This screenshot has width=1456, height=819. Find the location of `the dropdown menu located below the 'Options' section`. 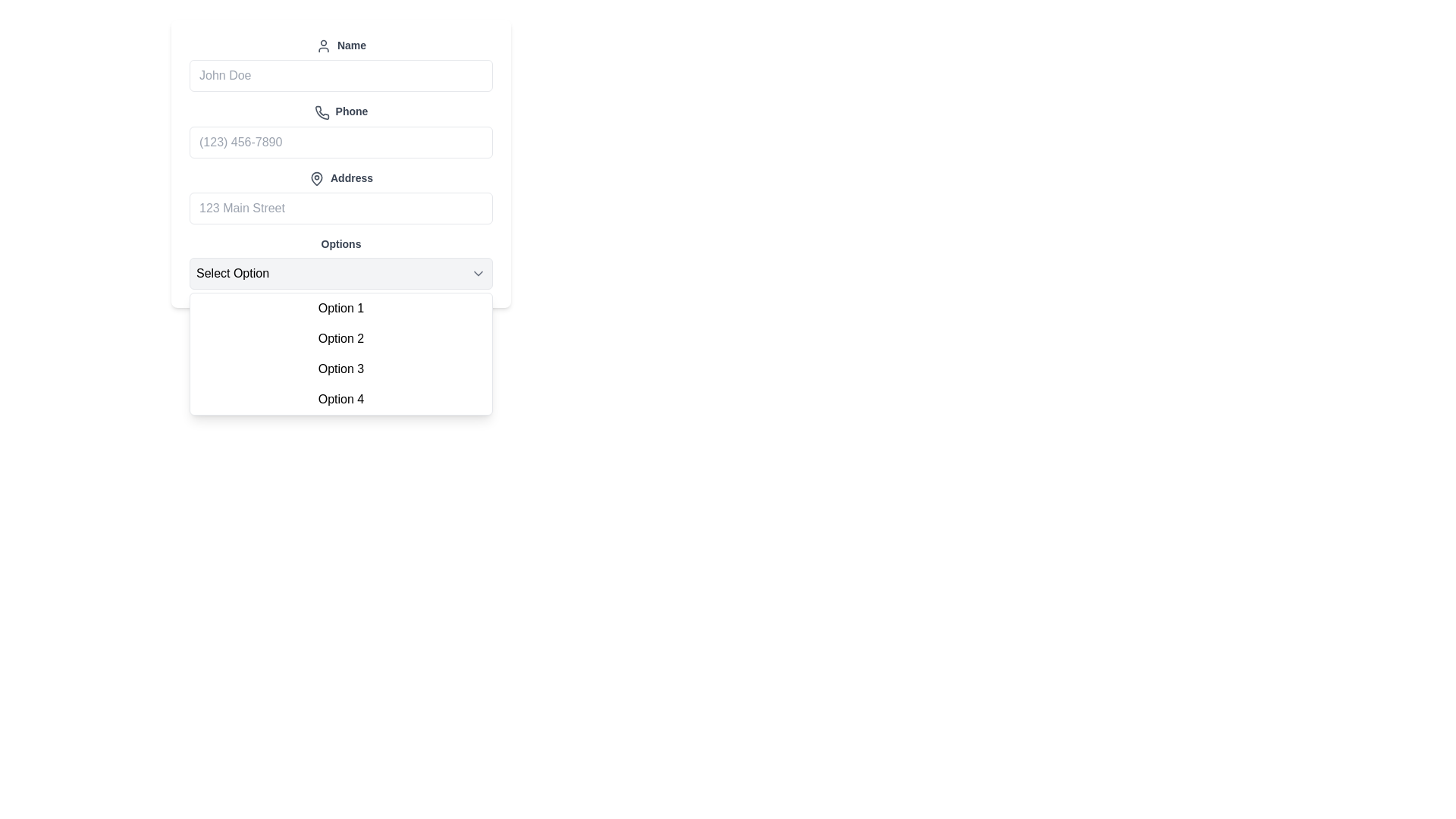

the dropdown menu located below the 'Options' section is located at coordinates (340, 353).